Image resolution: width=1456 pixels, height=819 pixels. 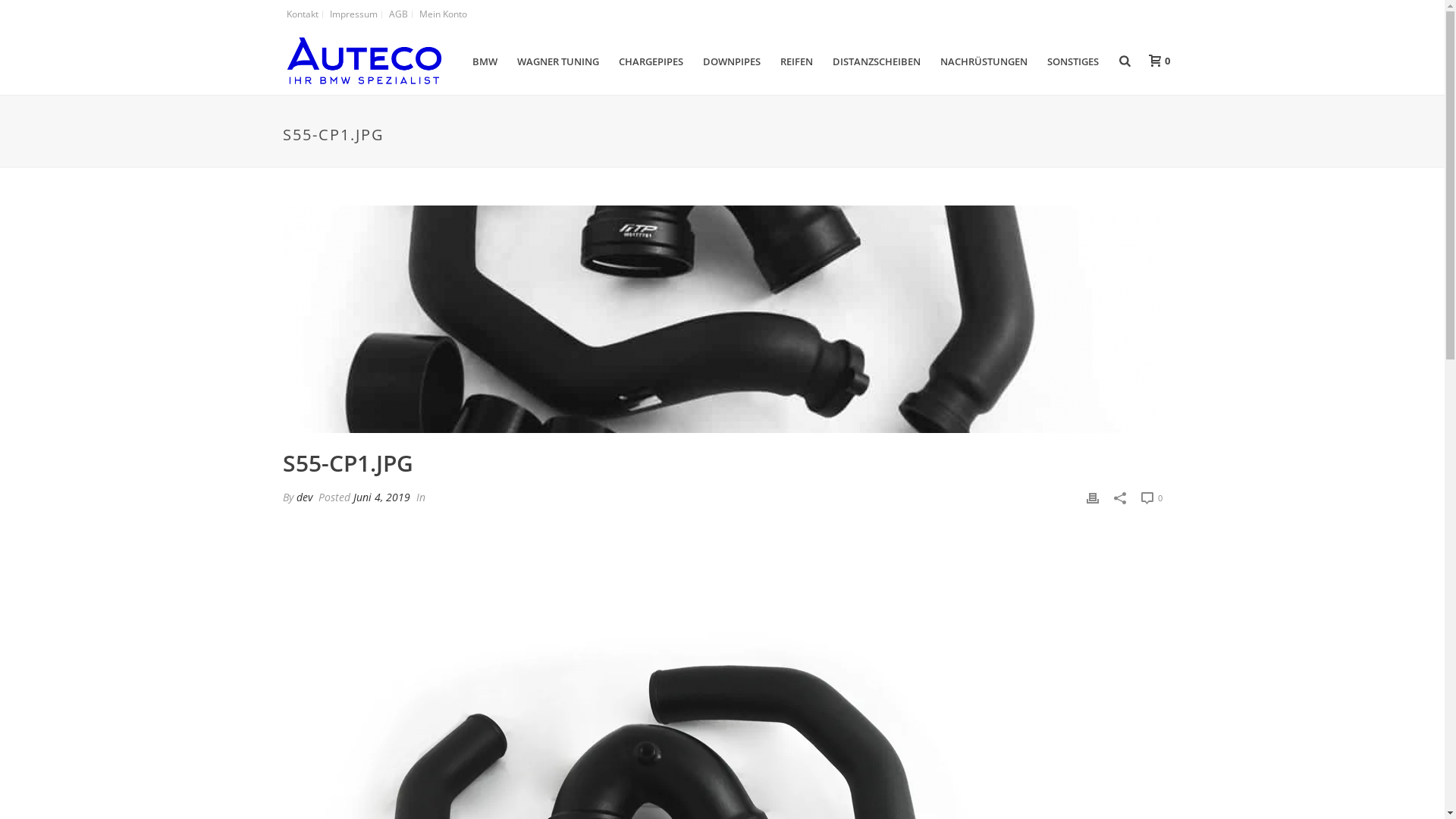 I want to click on 'Impressum', so click(x=353, y=14).